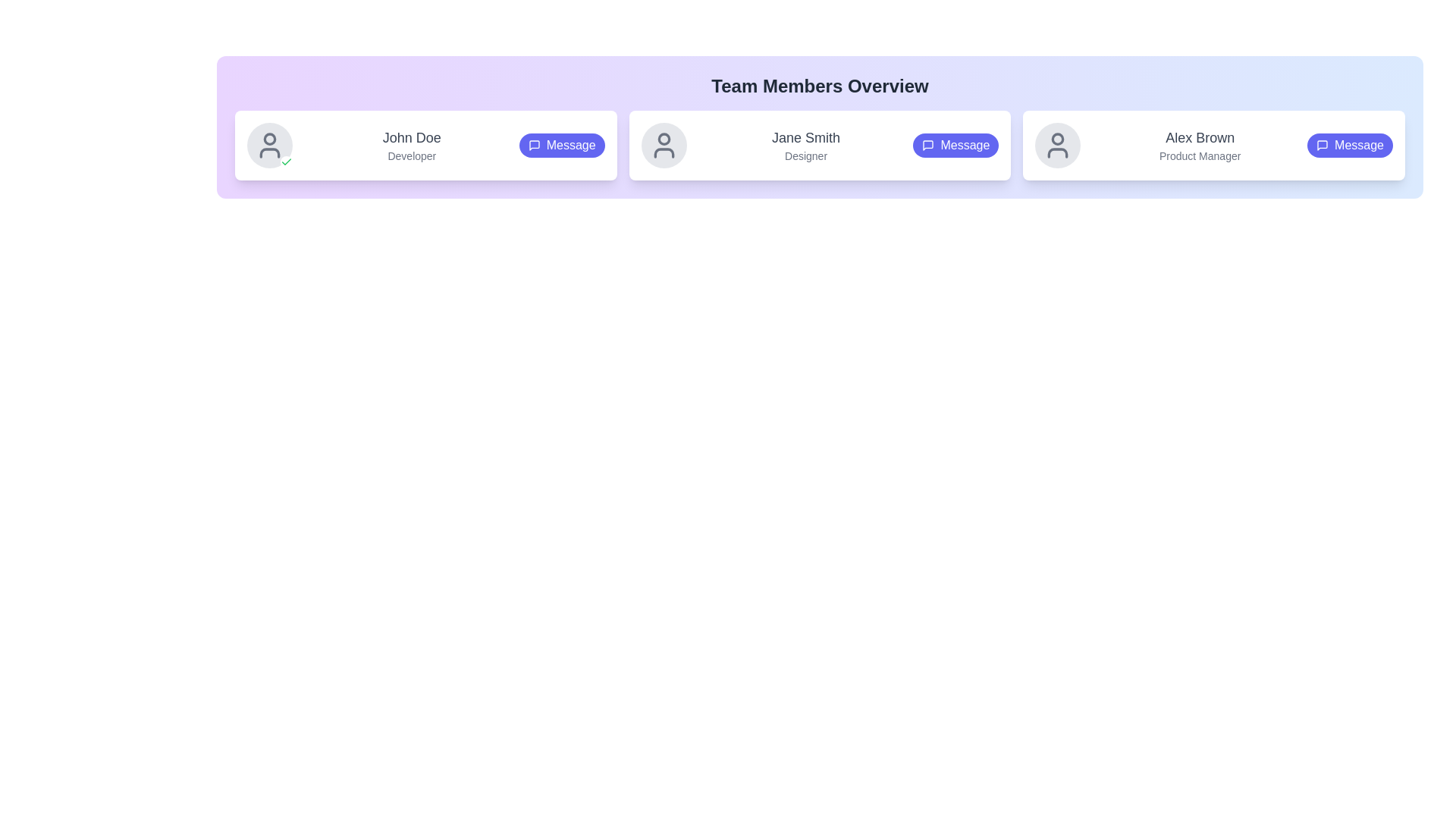 This screenshot has width=1456, height=819. Describe the element at coordinates (1057, 139) in the screenshot. I see `the circular SVG graphical element representing the head of the user avatar icon for 'Alex Brown' located at the top-right section of the interface` at that location.